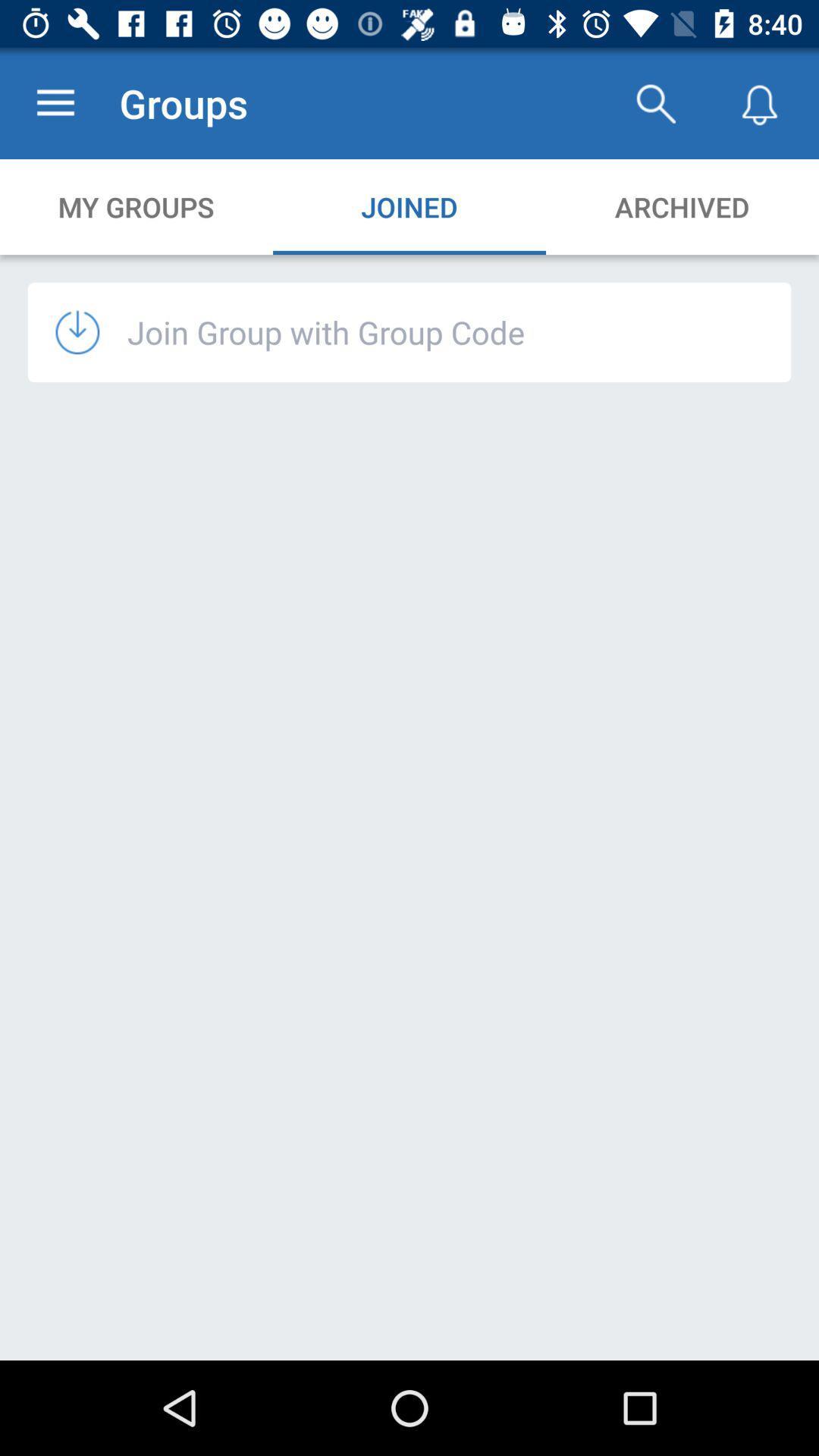 The width and height of the screenshot is (819, 1456). I want to click on the item next to groups, so click(55, 102).